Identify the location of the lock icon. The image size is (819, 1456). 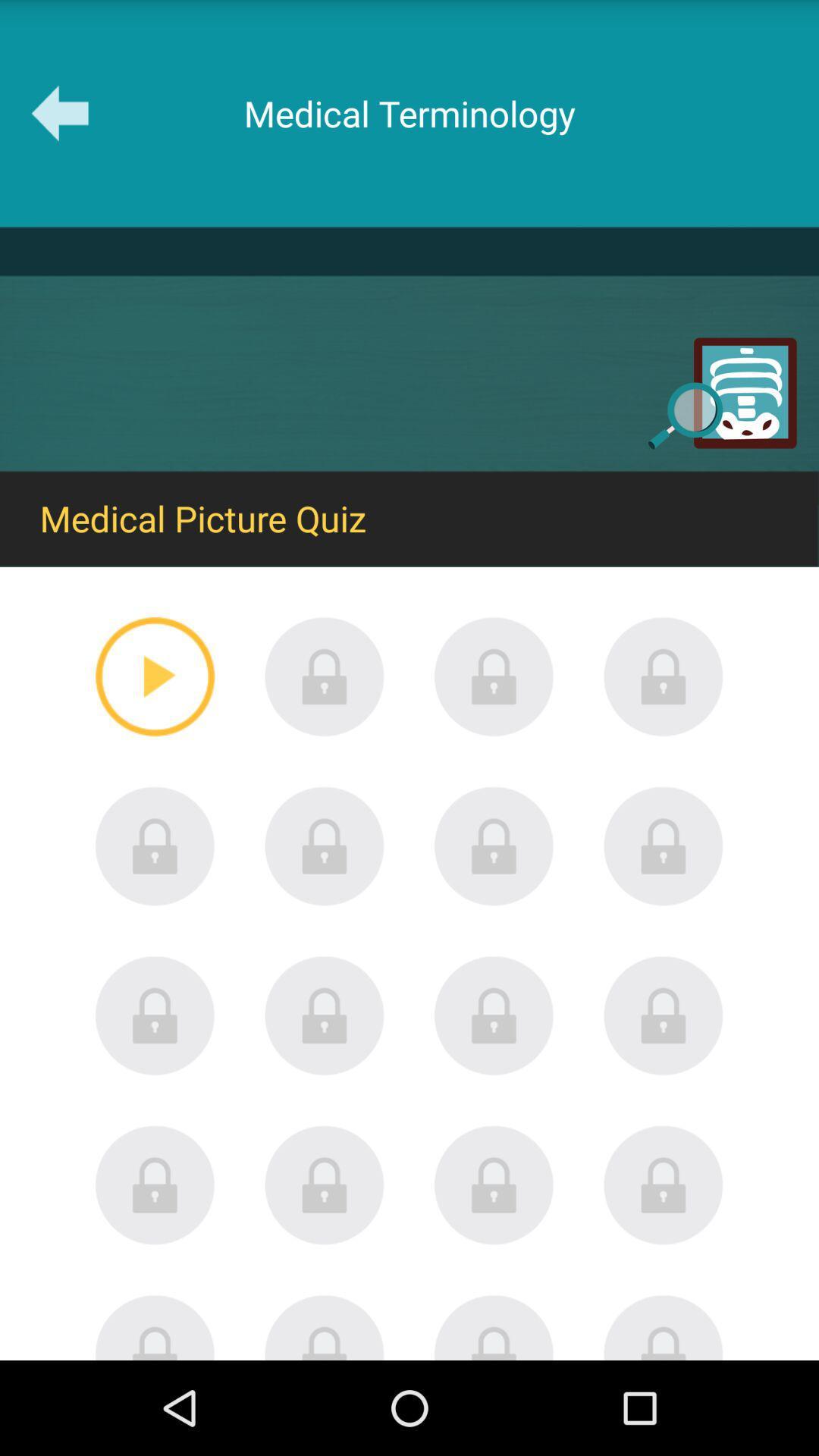
(663, 905).